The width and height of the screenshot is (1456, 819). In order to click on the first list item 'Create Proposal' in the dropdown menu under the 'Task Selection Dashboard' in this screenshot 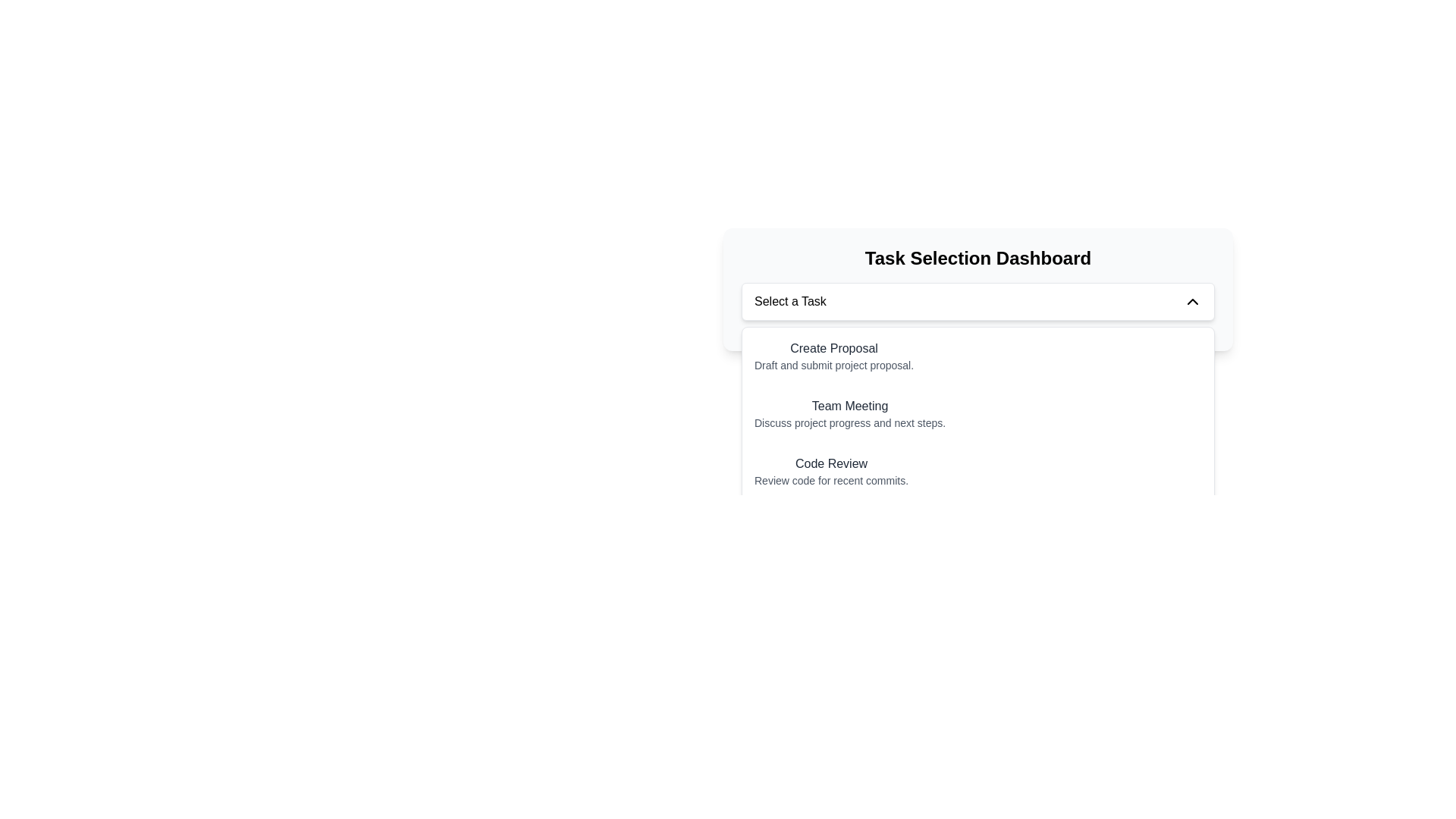, I will do `click(978, 353)`.